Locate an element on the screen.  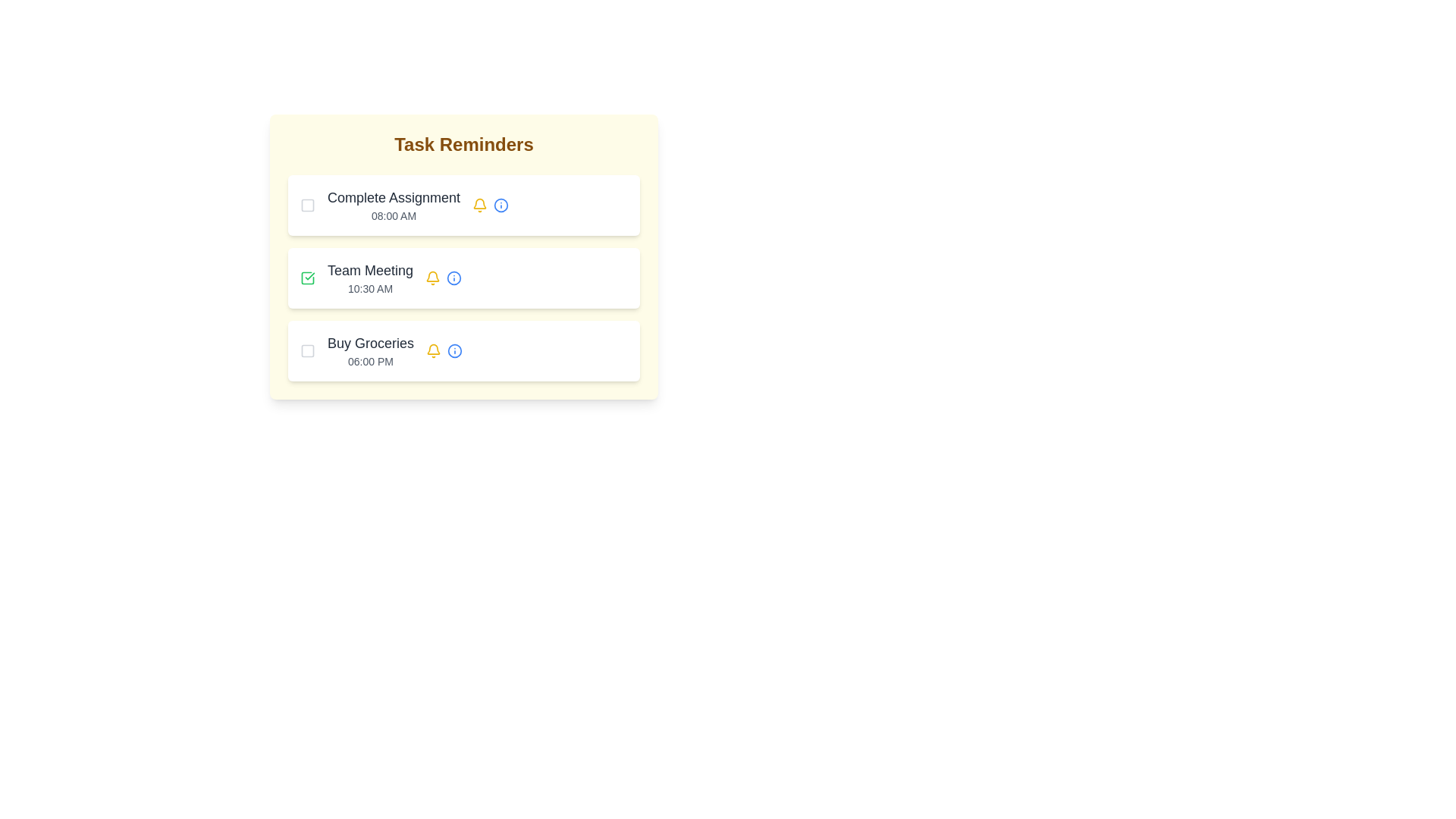
the small, square-shaped checkbox with a light gray border located to the far left of the 'Complete Assignment' text is located at coordinates (307, 205).